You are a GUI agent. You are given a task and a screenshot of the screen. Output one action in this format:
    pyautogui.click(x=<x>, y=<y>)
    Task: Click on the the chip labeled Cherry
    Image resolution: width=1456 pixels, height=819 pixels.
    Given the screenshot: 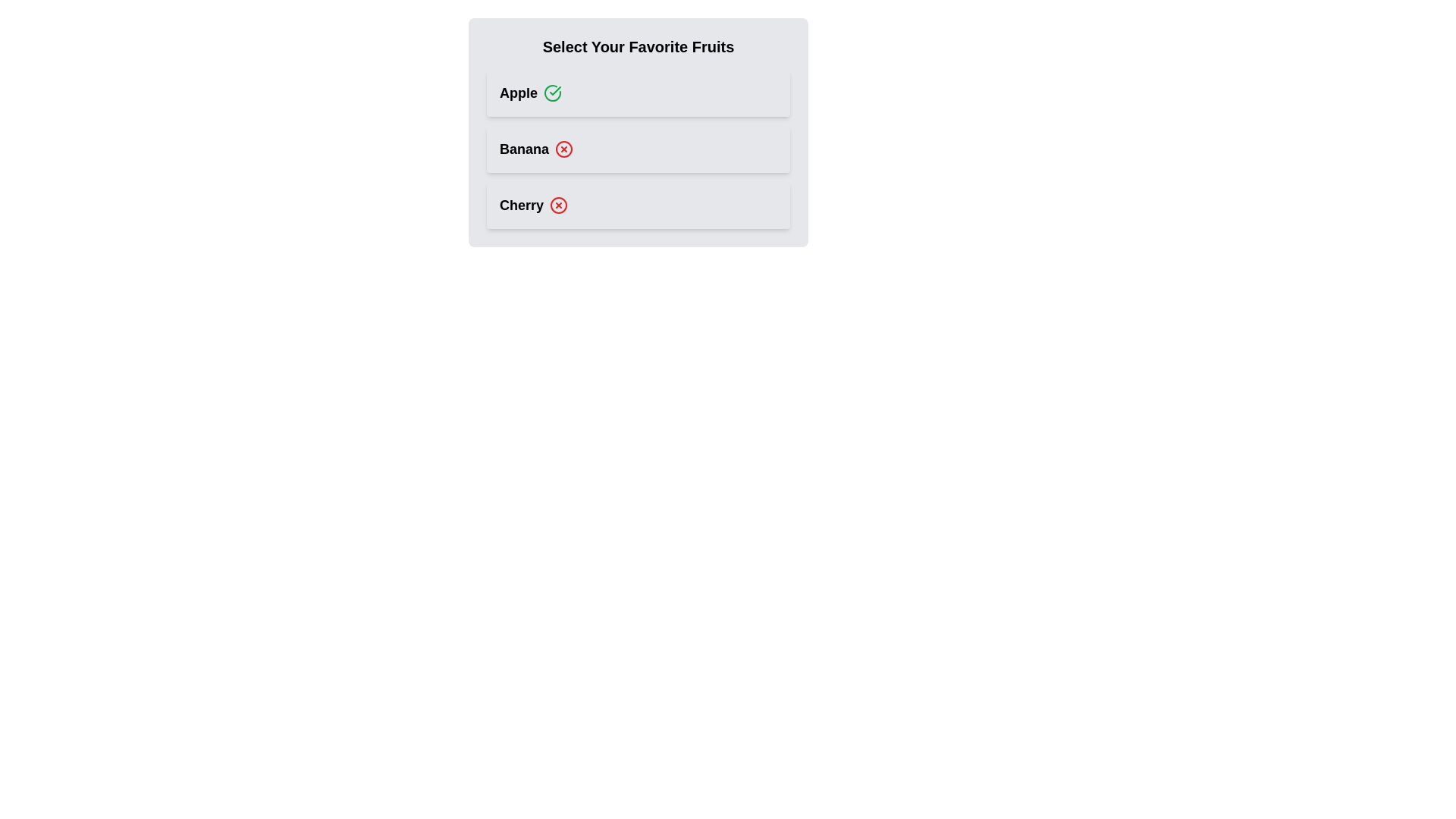 What is the action you would take?
    pyautogui.click(x=638, y=205)
    